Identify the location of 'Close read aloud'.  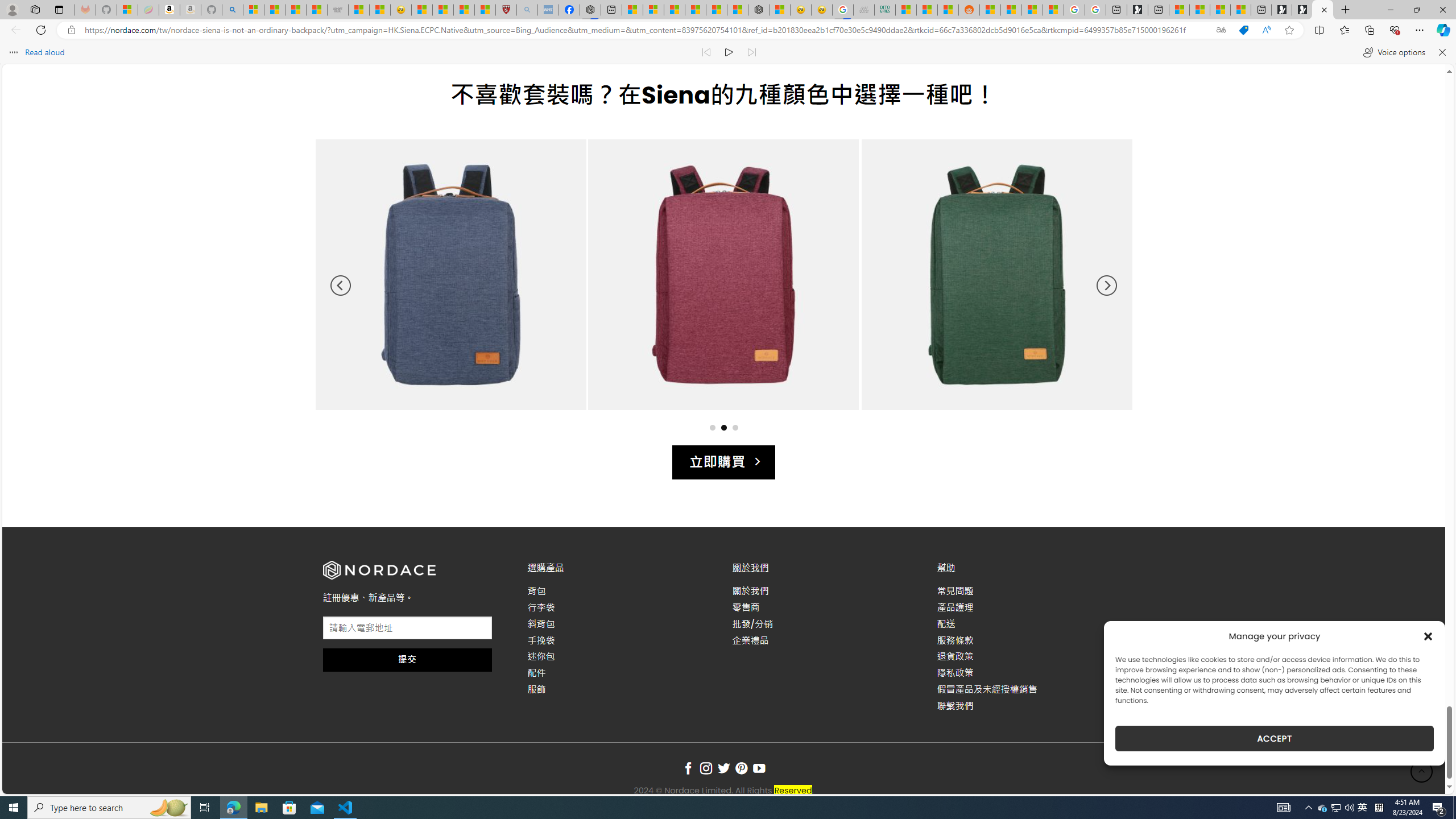
(1441, 52).